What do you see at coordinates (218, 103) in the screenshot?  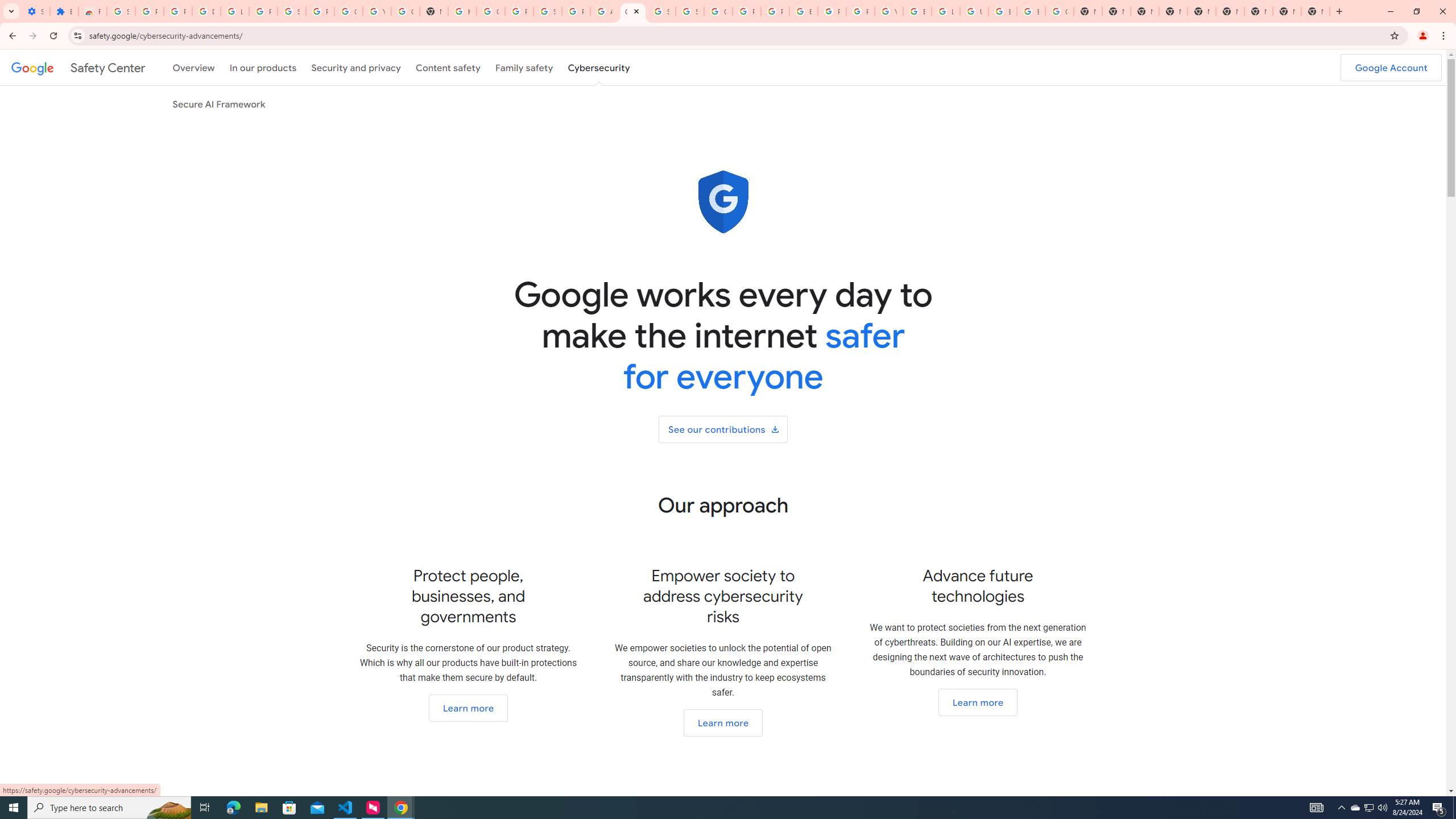 I see `'Secure AI Framework'` at bounding box center [218, 103].